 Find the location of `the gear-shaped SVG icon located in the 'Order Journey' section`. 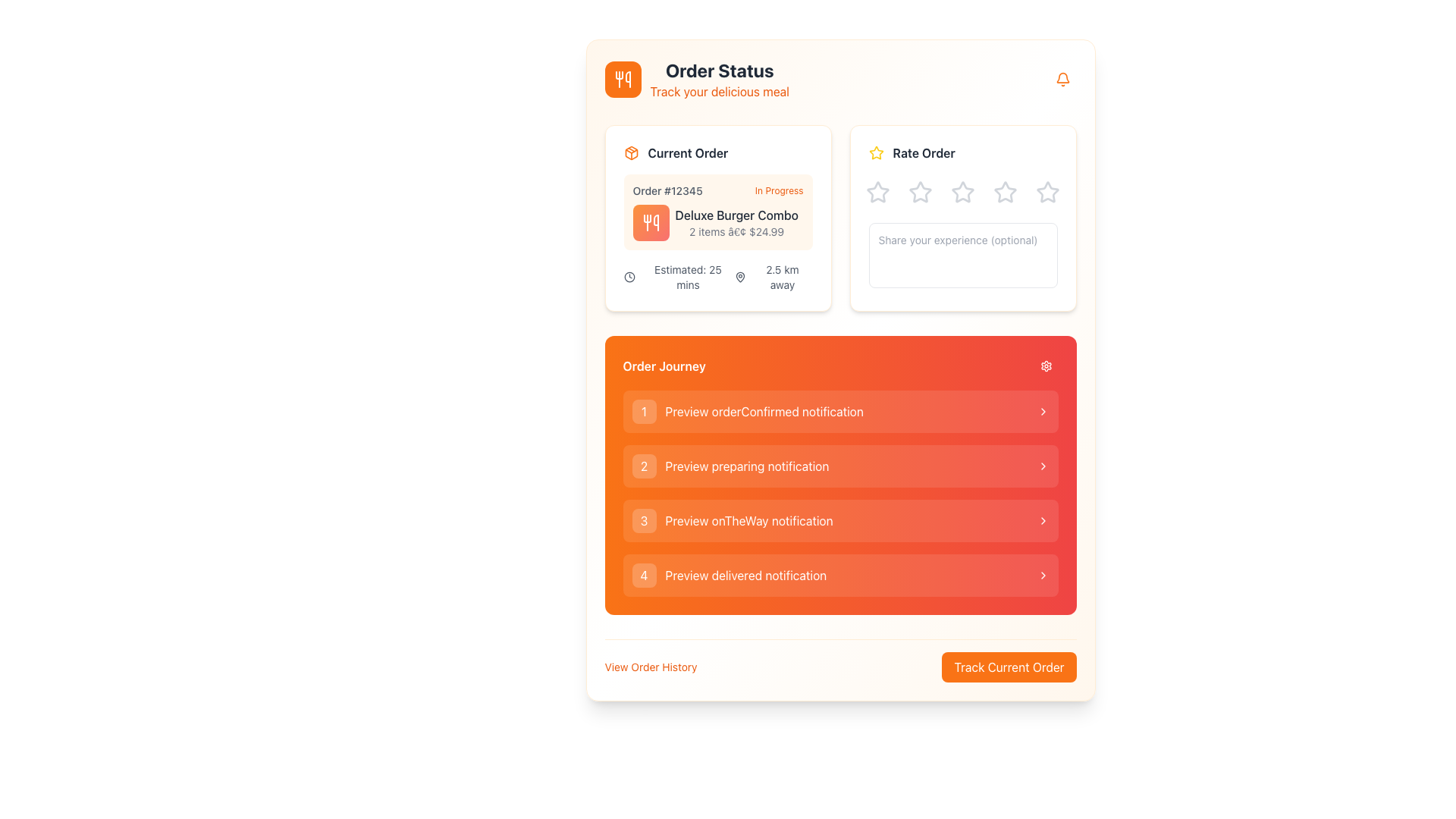

the gear-shaped SVG icon located in the 'Order Journey' section is located at coordinates (1045, 366).